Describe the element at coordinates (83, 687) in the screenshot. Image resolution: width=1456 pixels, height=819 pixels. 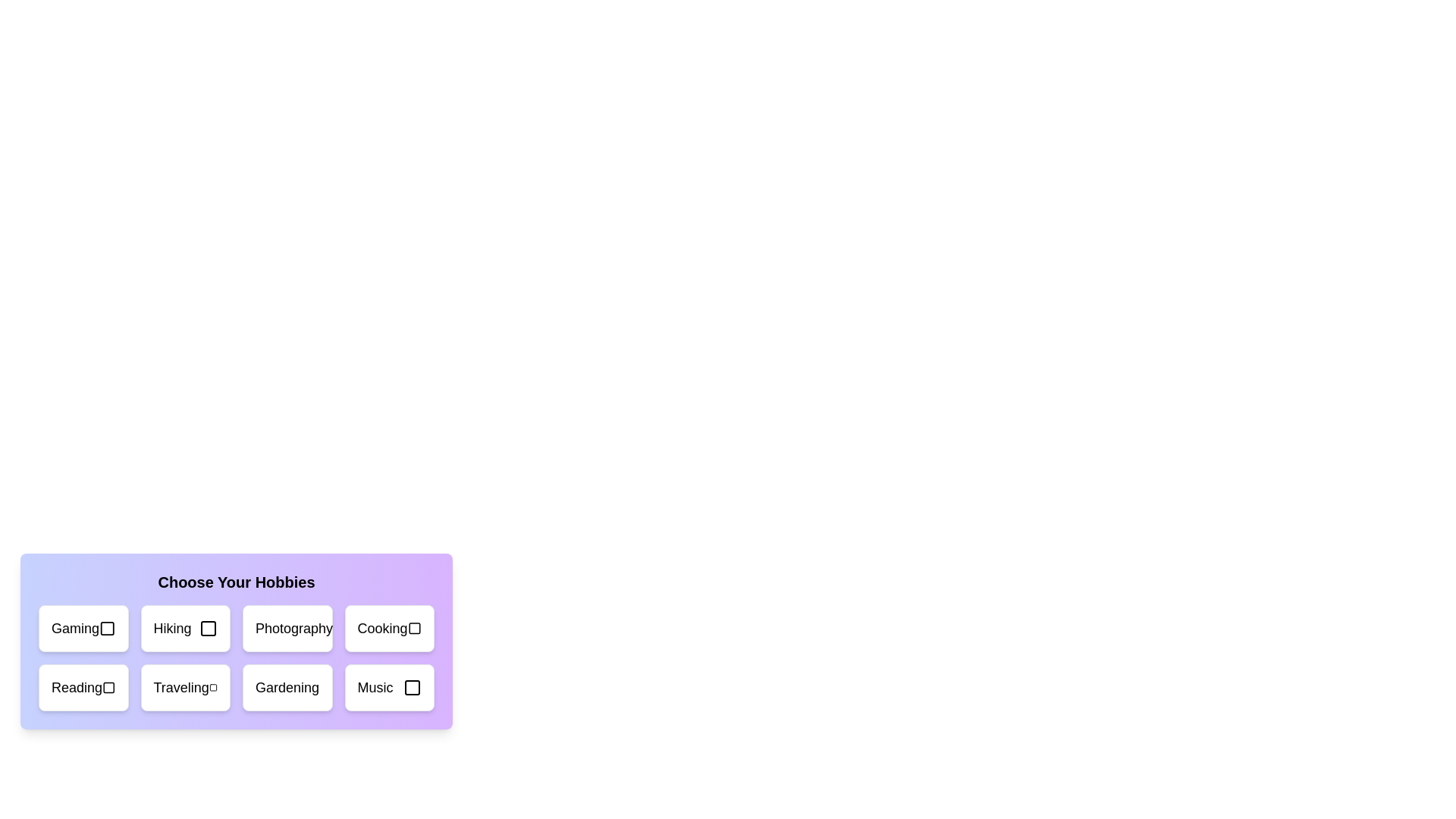
I see `the hobby card labeled 'Reading'` at that location.